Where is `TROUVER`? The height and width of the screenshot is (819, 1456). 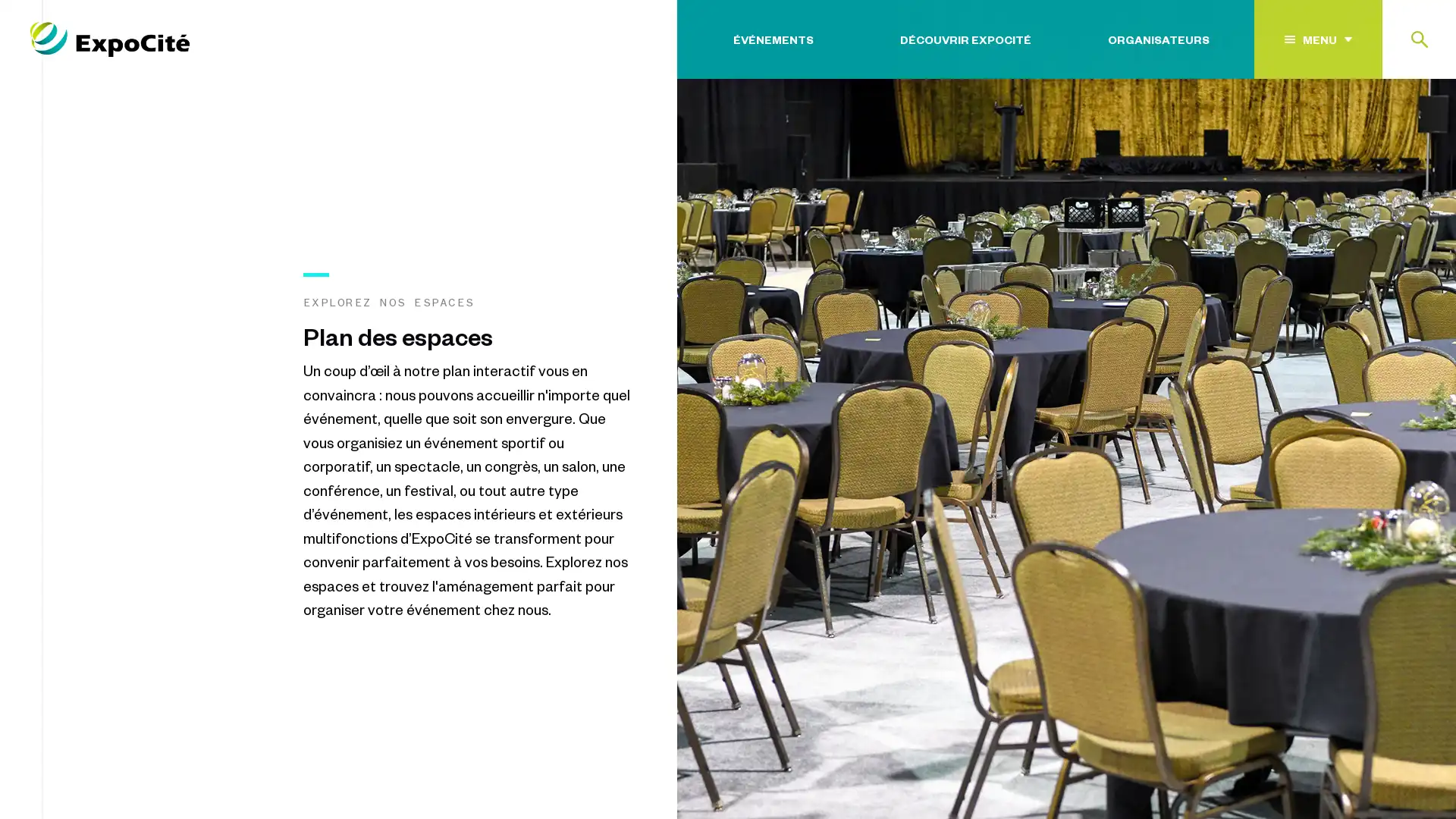 TROUVER is located at coordinates (1380, 131).